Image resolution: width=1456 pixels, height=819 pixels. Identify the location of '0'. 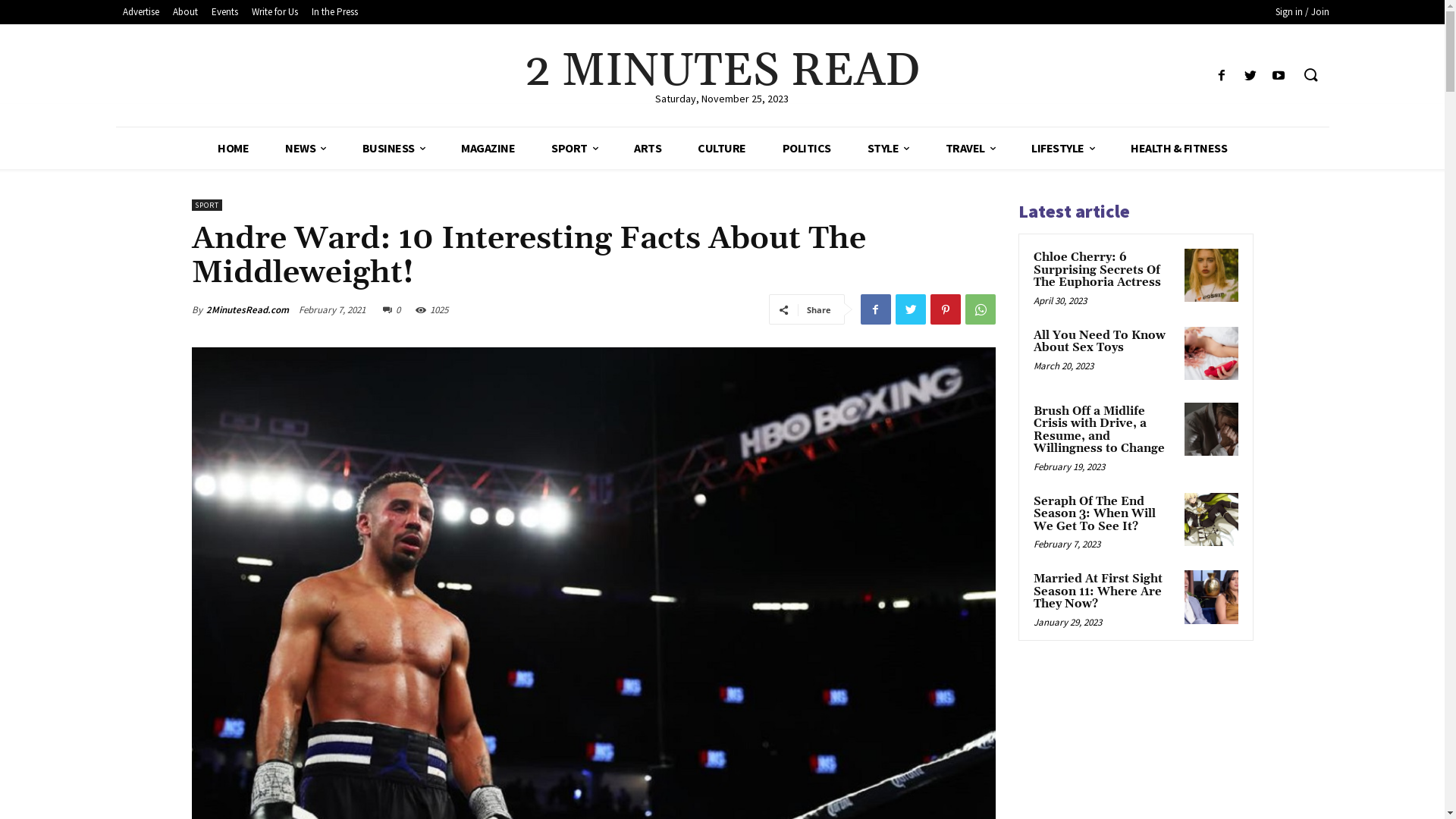
(391, 308).